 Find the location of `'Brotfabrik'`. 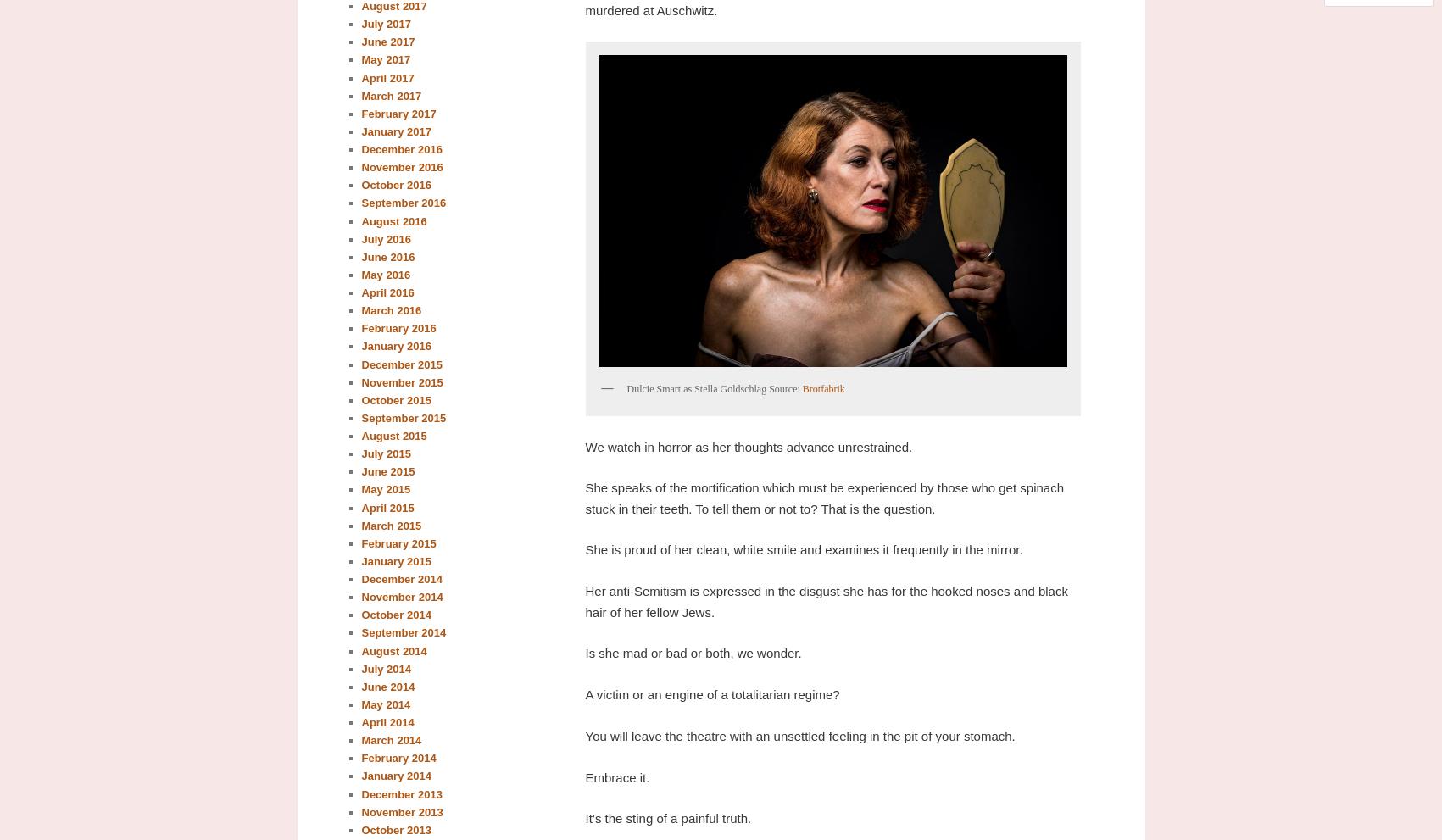

'Brotfabrik' is located at coordinates (821, 388).